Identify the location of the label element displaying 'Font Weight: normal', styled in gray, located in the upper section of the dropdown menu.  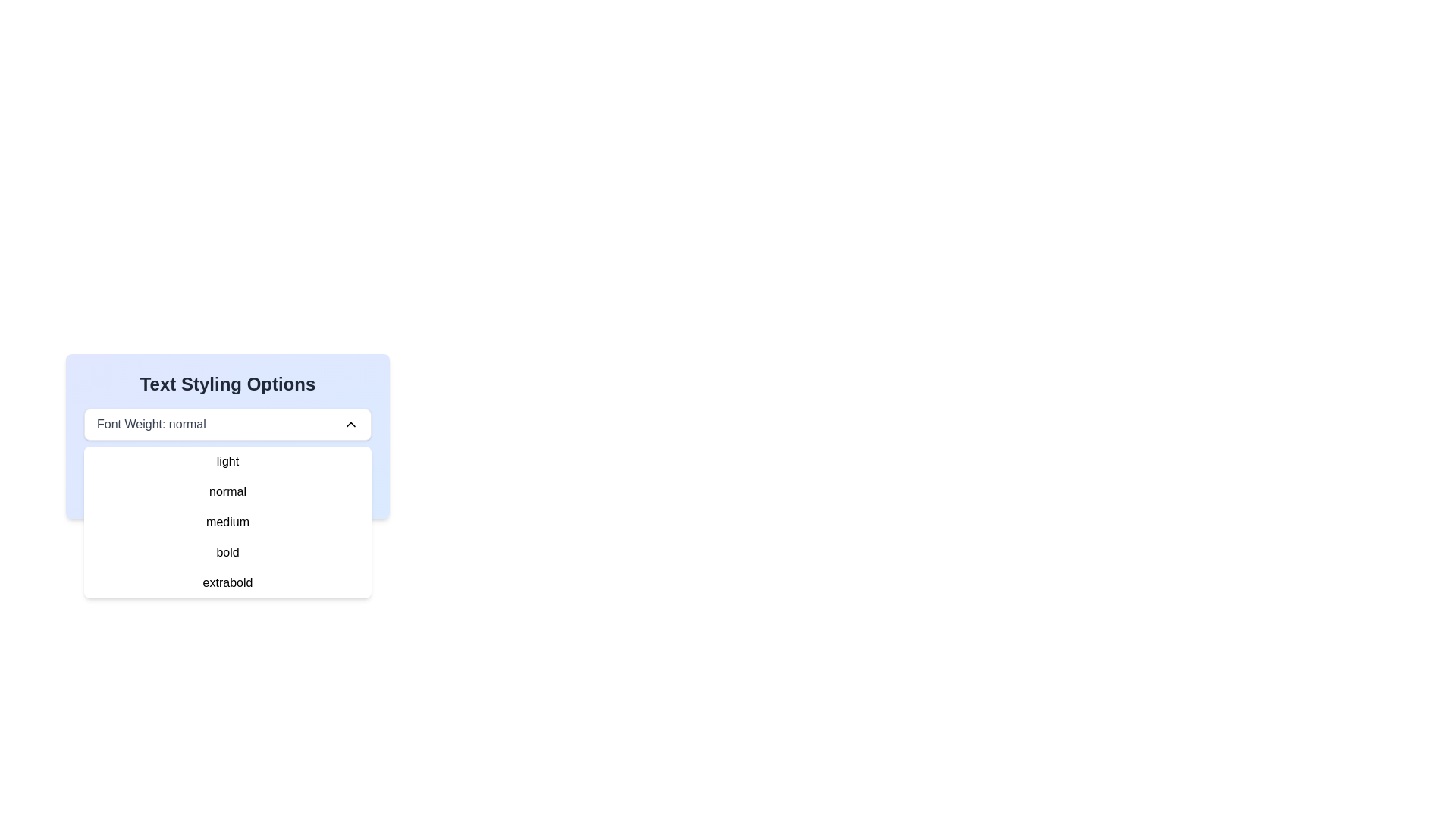
(151, 424).